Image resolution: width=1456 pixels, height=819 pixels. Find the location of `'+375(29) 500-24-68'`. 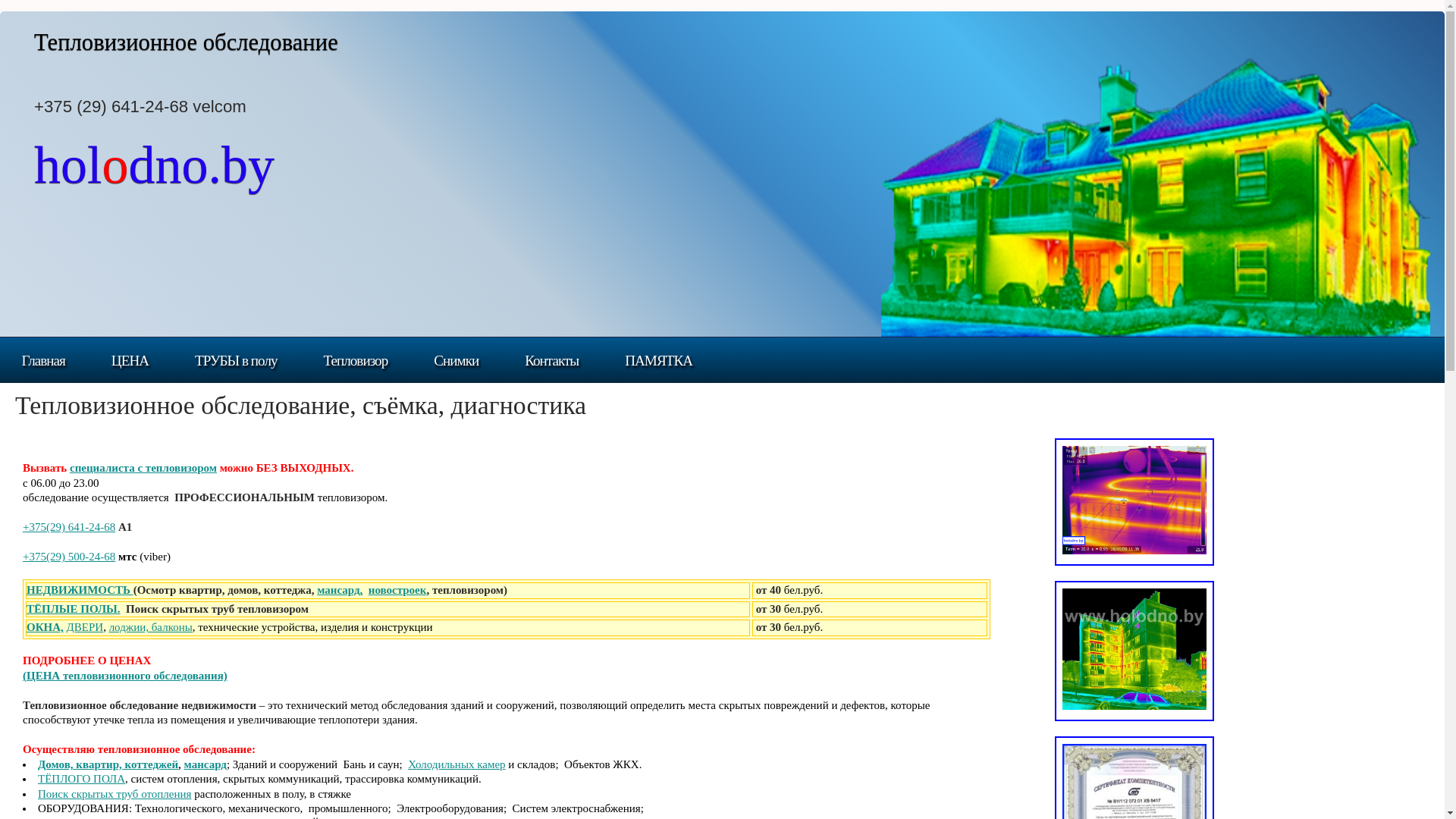

'+375(29) 500-24-68' is located at coordinates (68, 556).